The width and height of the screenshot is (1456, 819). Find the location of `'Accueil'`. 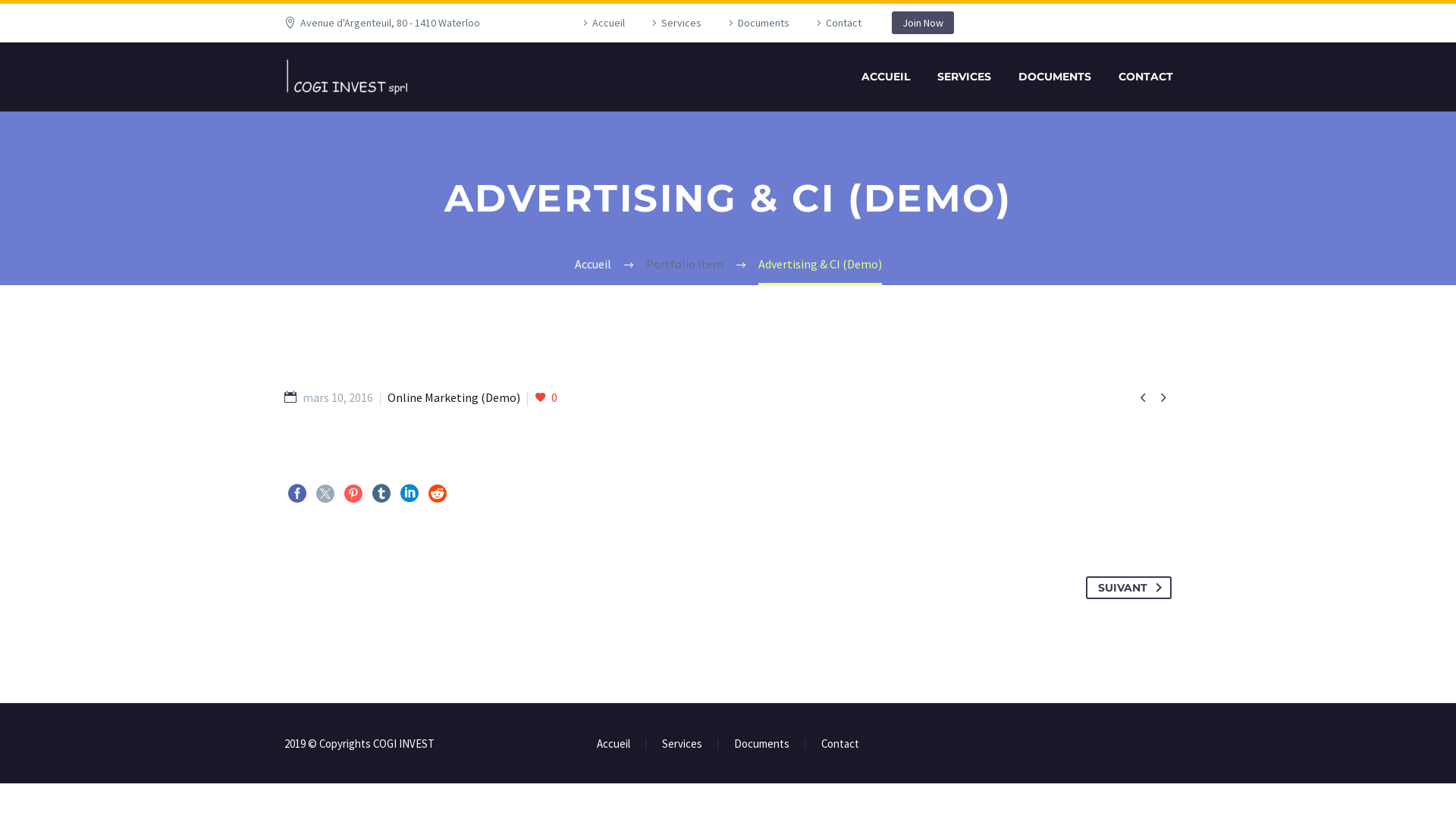

'Accueil' is located at coordinates (613, 743).